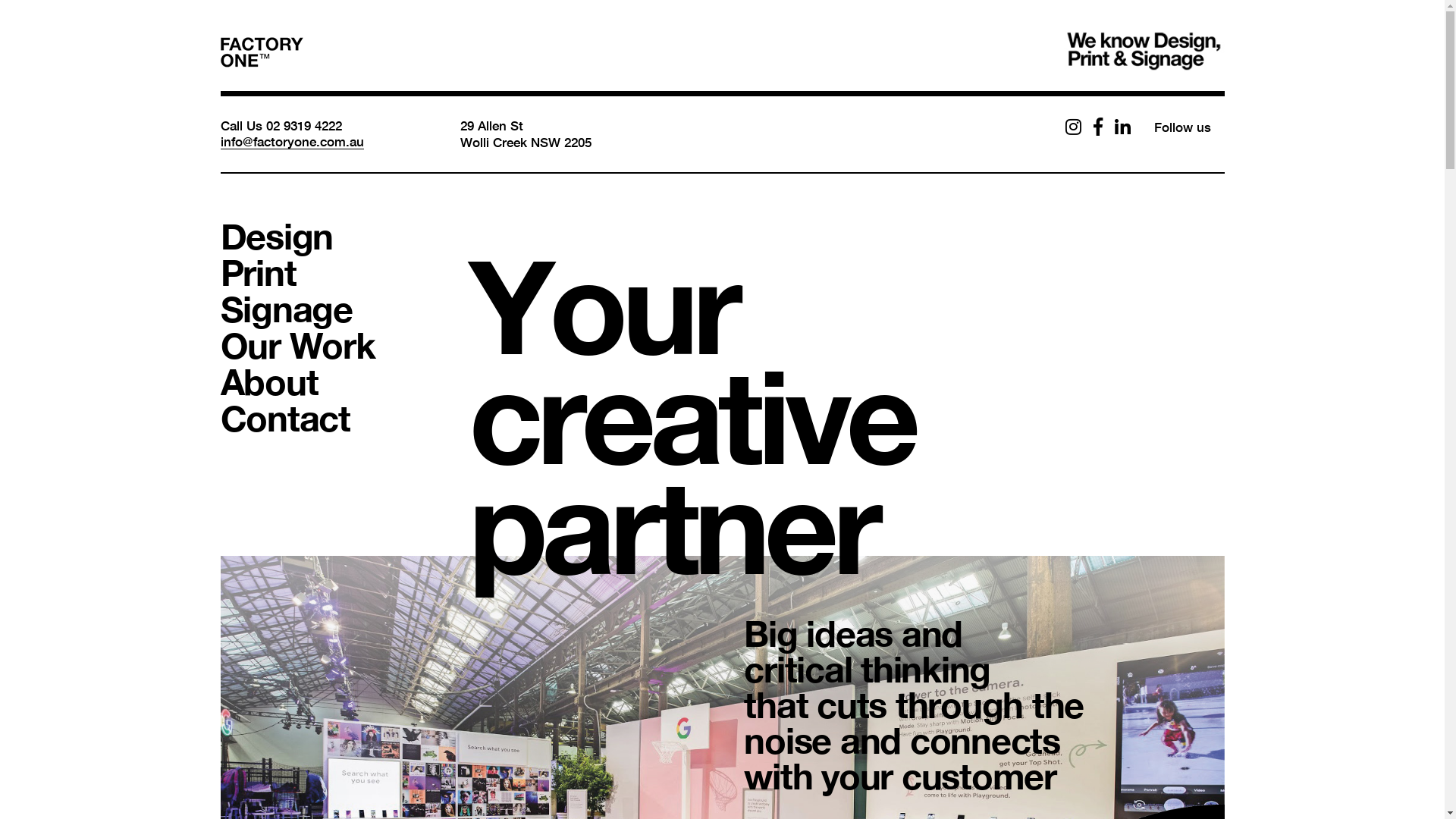 Image resolution: width=1456 pixels, height=819 pixels. I want to click on 'Interior Signage', so click(573, 661).